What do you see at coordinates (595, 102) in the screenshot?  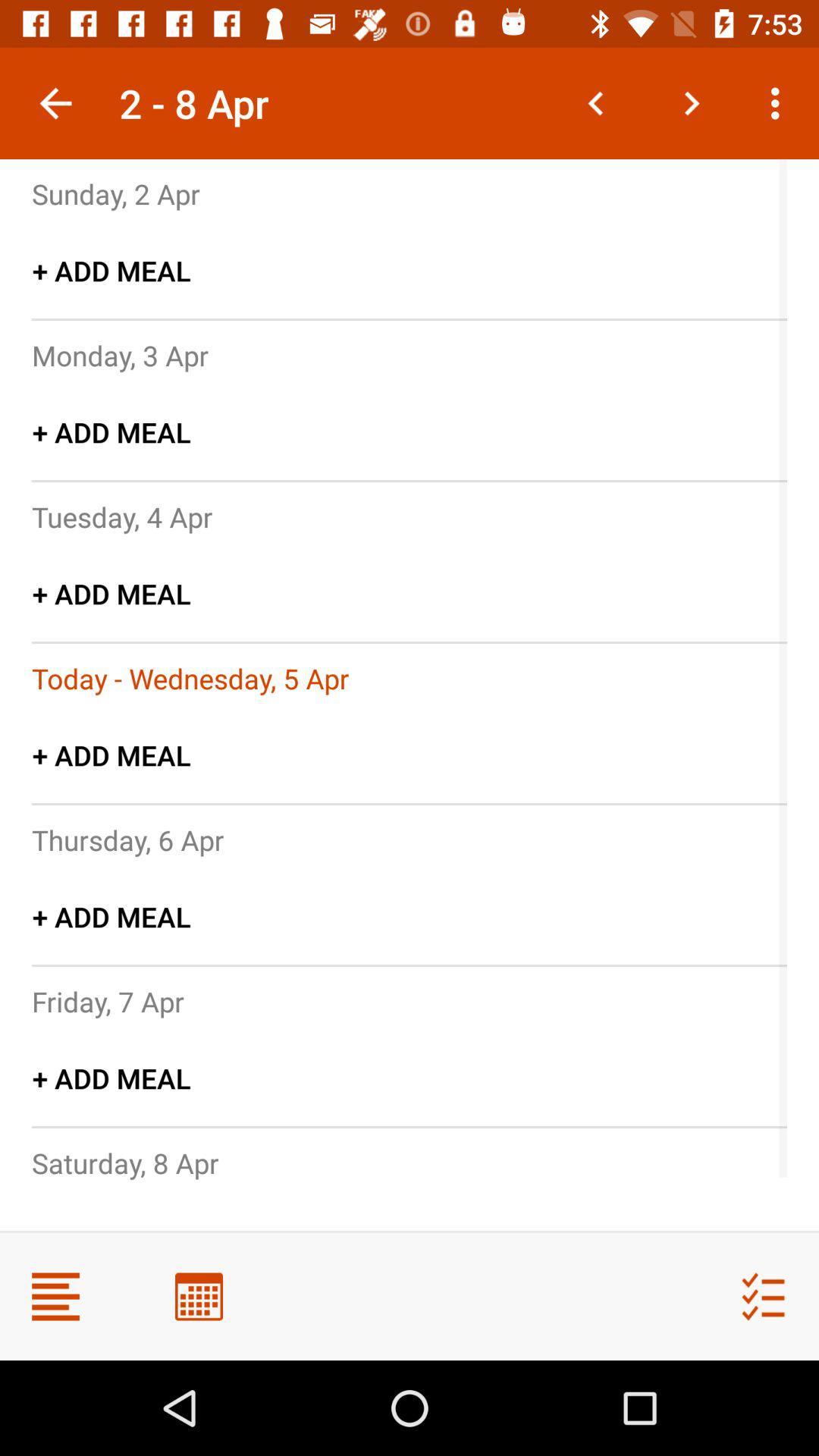 I see `previous` at bounding box center [595, 102].